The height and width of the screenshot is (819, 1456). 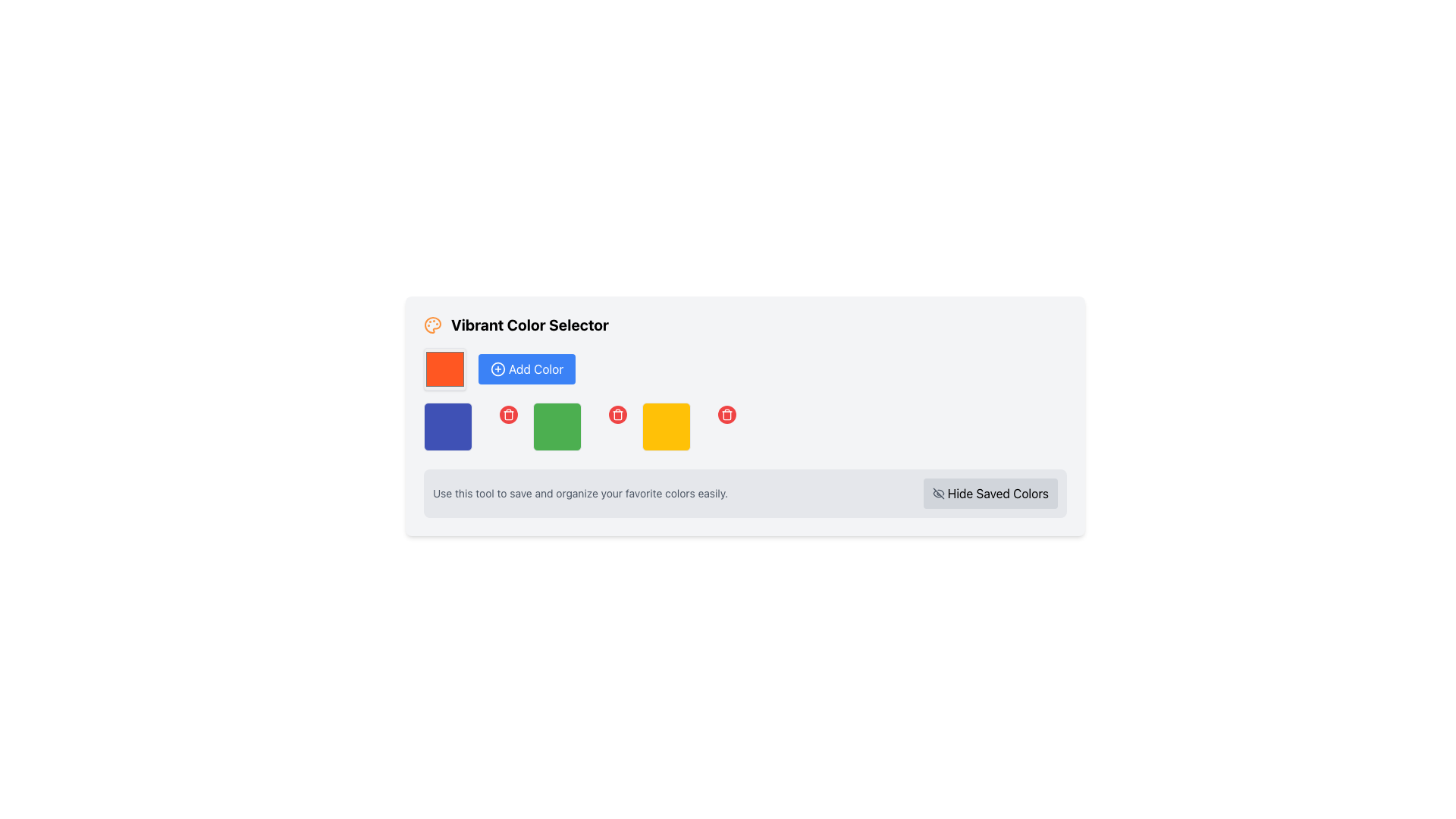 I want to click on the decorative palette icon, which is orange in color and located to the left of the title text 'Vibrant Color Selector', so click(x=432, y=324).